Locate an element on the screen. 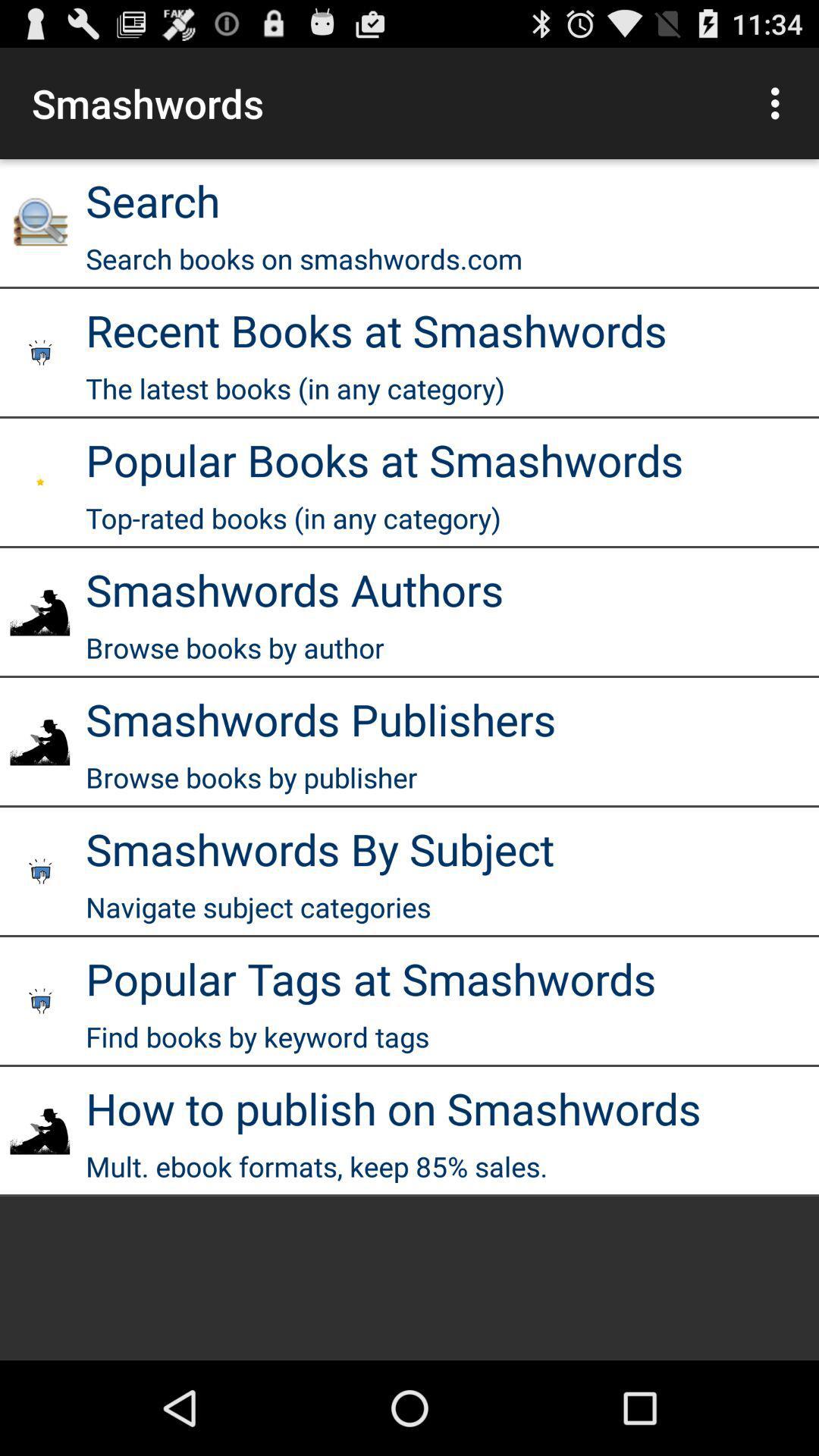  app below recent books at item is located at coordinates (295, 388).